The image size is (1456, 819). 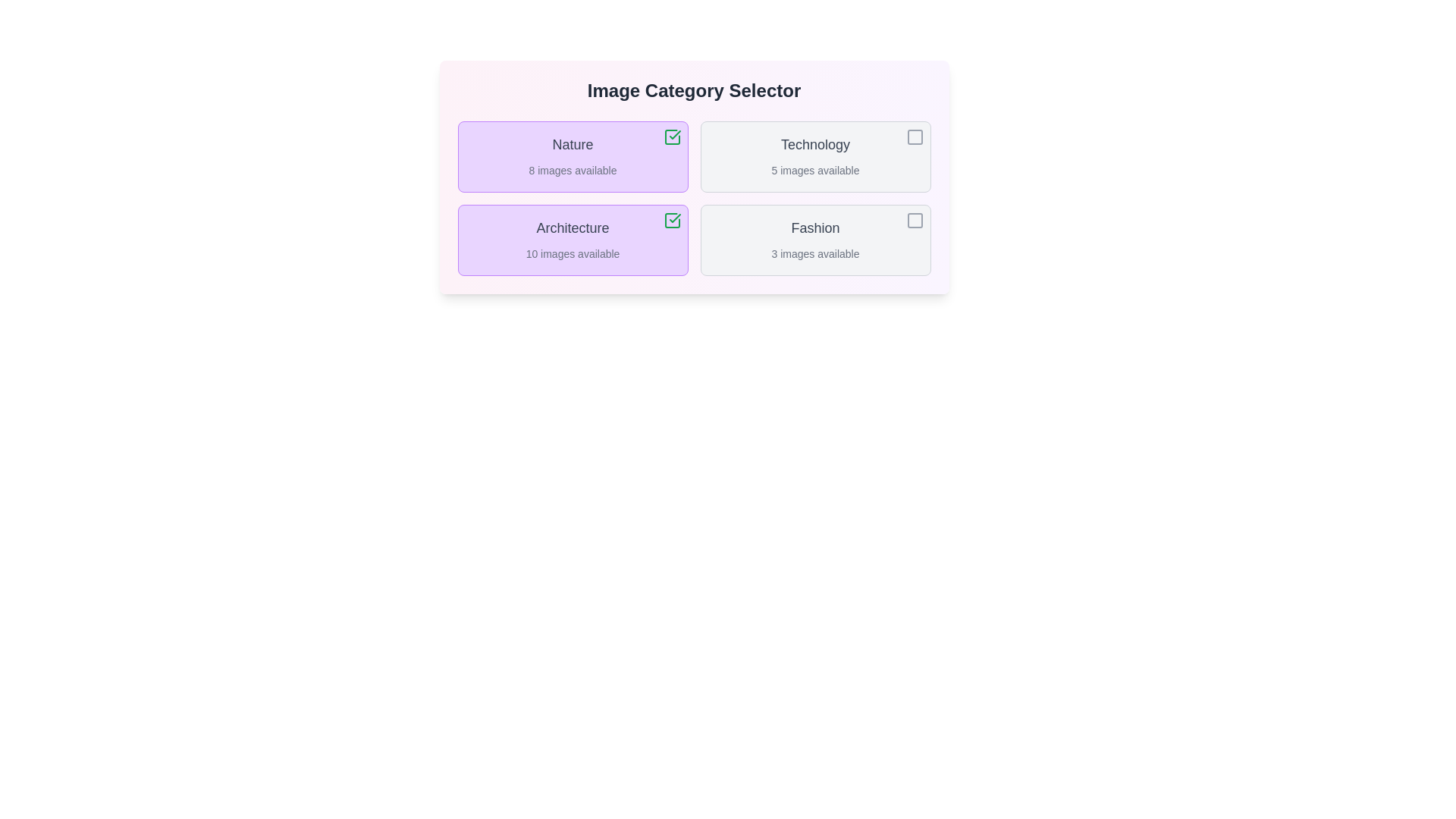 I want to click on the category Fashion to observe its hover effect, so click(x=814, y=239).